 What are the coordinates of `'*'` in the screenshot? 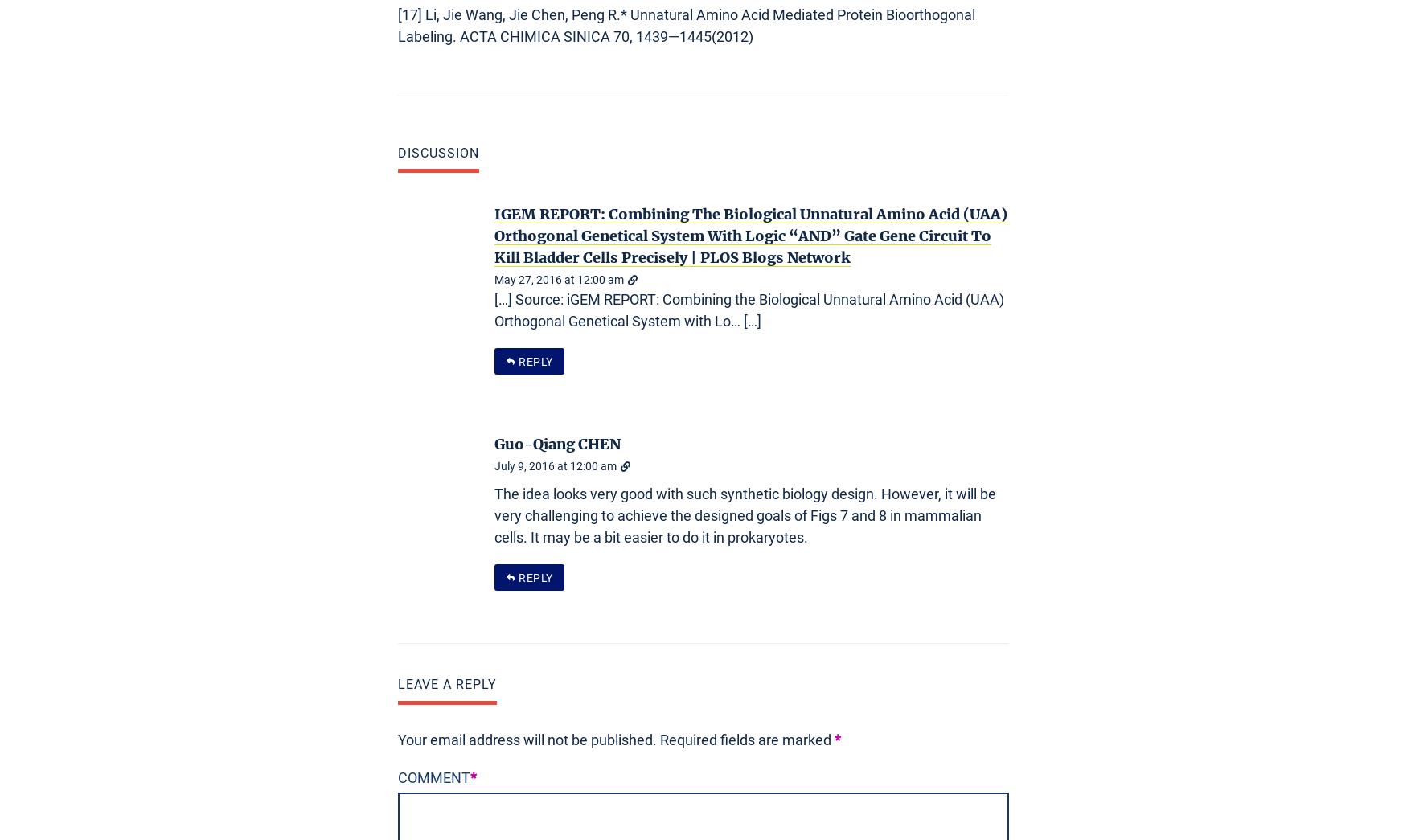 It's located at (836, 739).